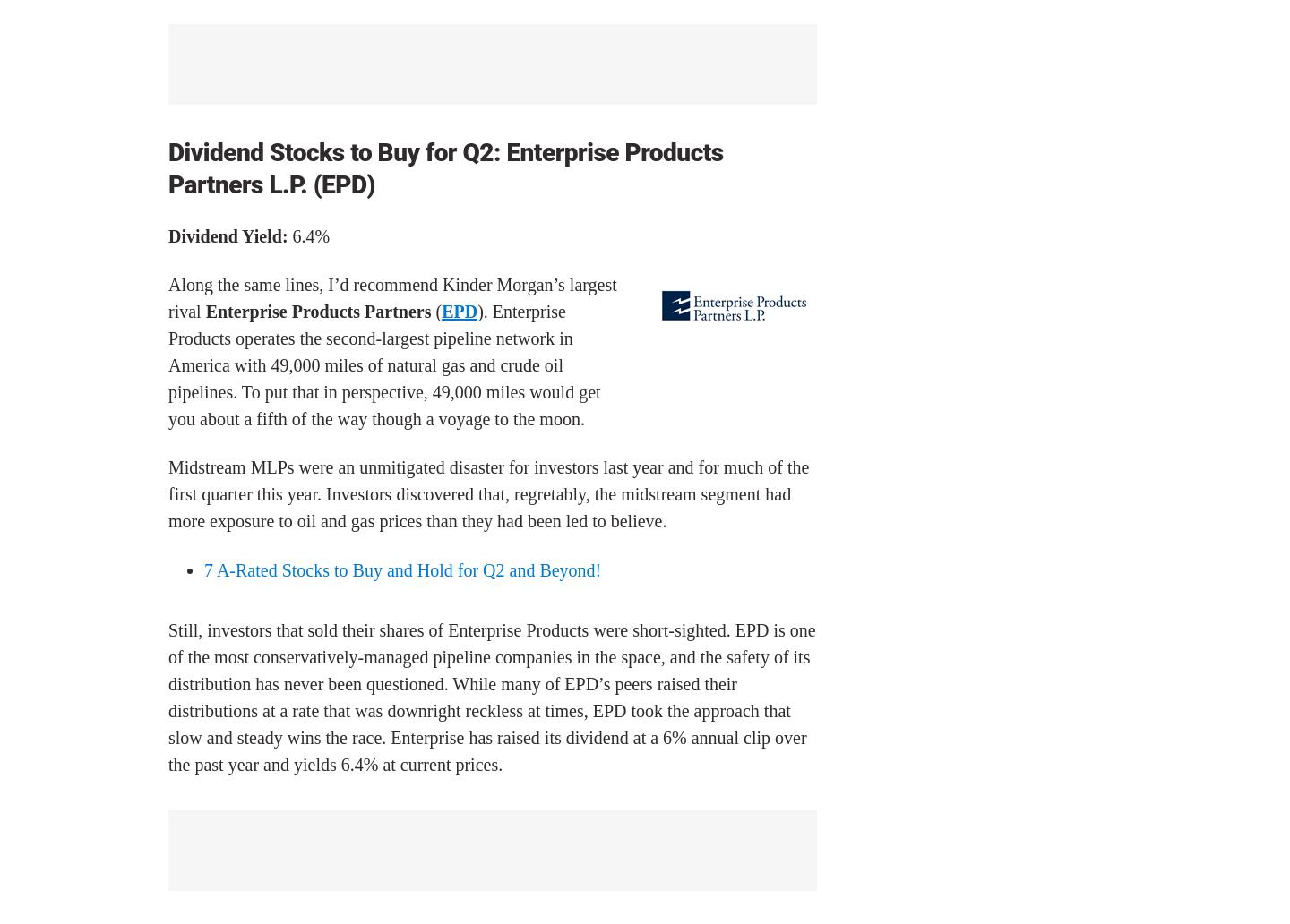  I want to click on '7 A-Rated Stocks to Buy and Hold for Q2 and Beyond!', so click(402, 569).